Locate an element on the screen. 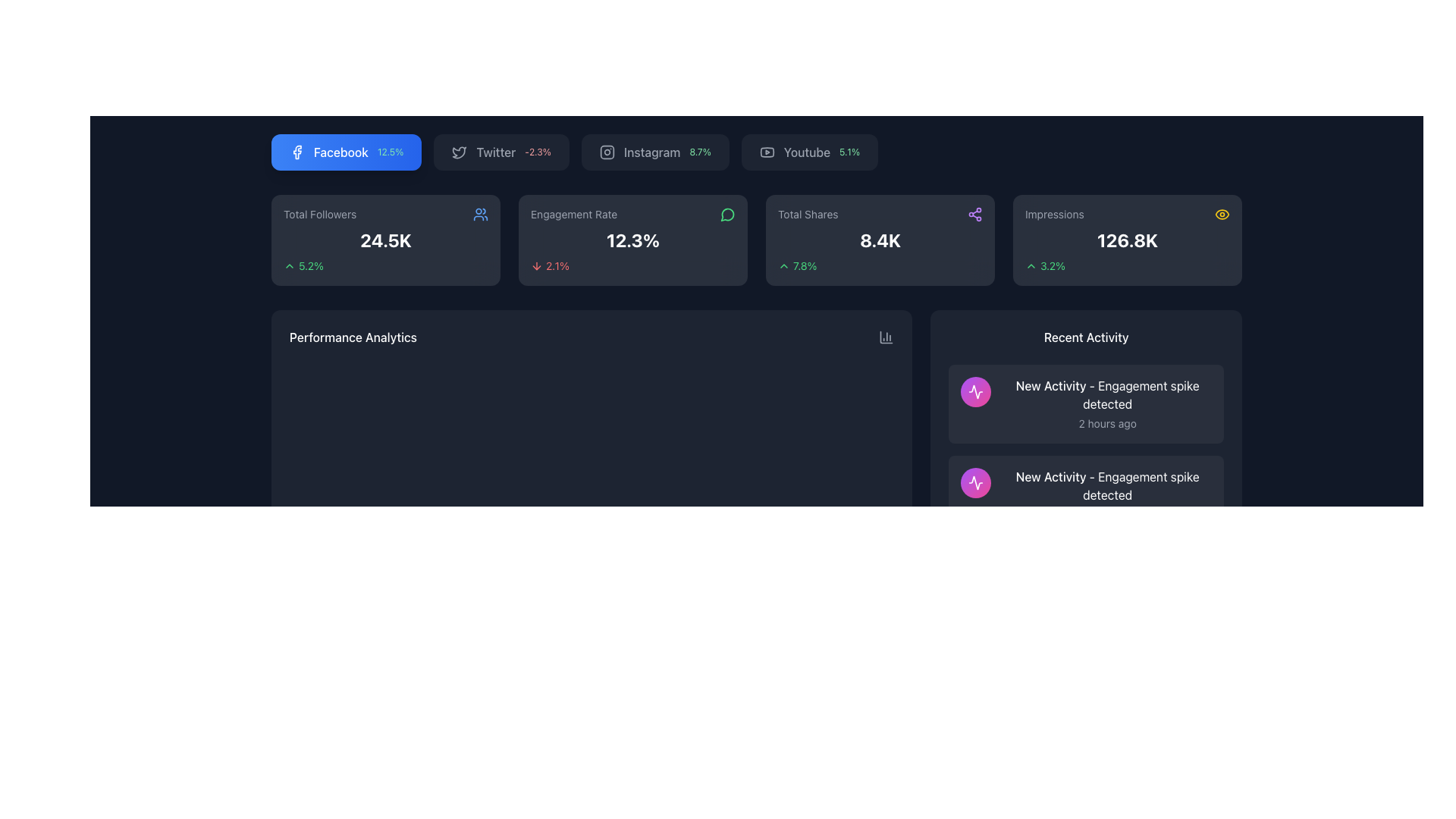 The image size is (1456, 819). text label displaying '126.8K' which indicates the count of impressions, prominently featured in a card under the header 'Impressions' is located at coordinates (1128, 239).